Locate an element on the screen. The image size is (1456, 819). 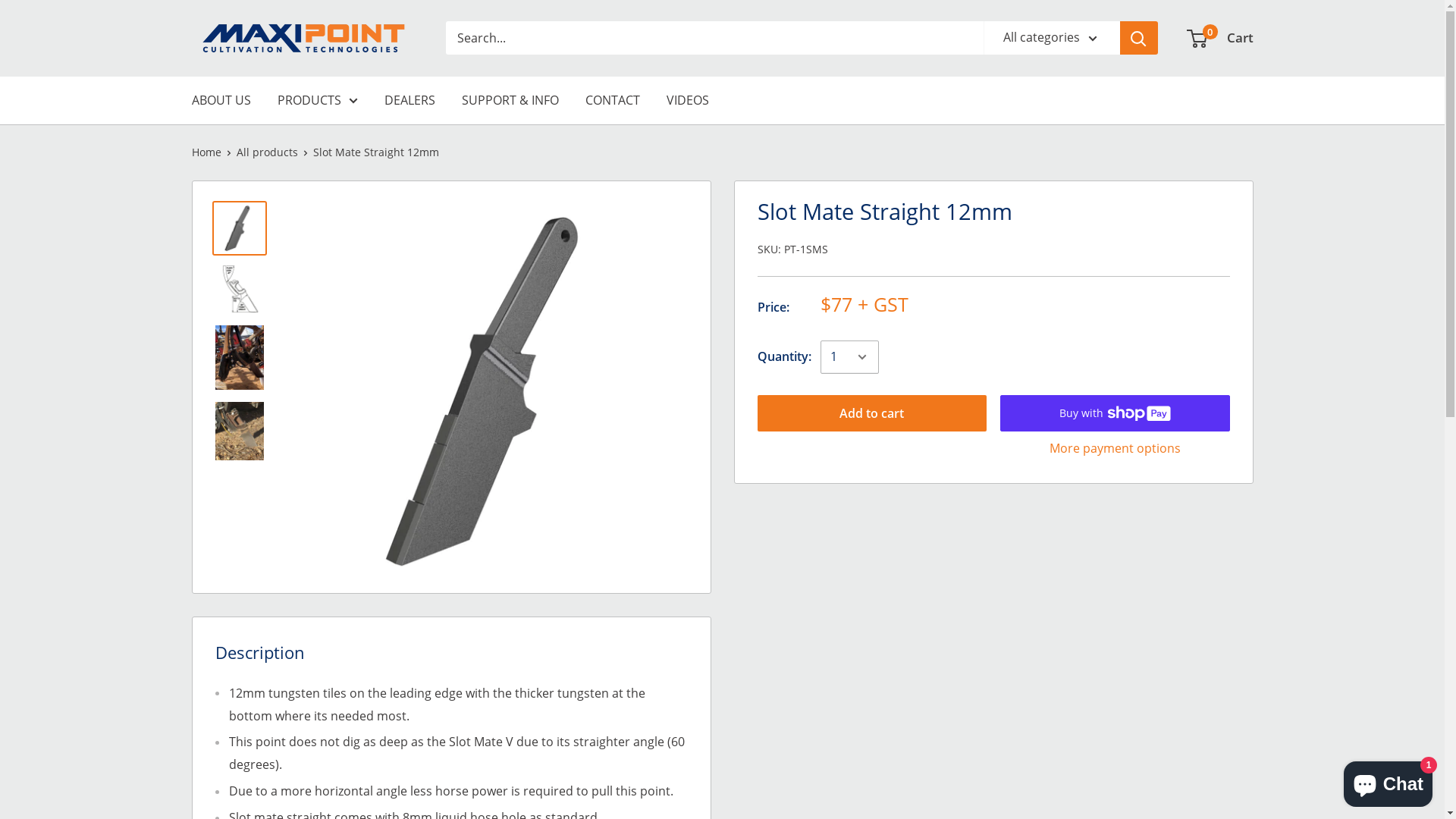
'SUPPORT & INFO' is located at coordinates (510, 100).